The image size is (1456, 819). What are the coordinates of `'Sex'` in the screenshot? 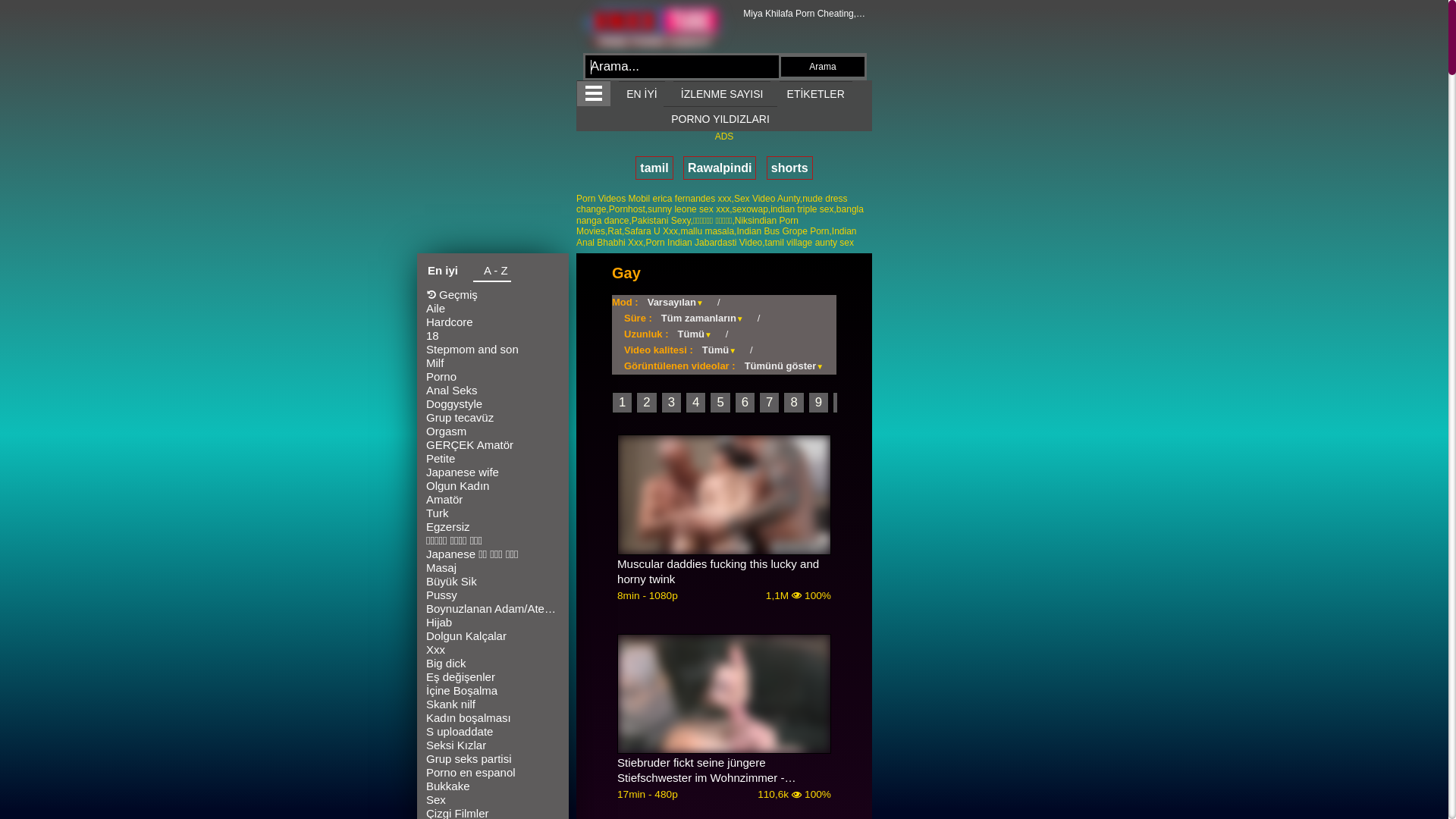 It's located at (425, 799).